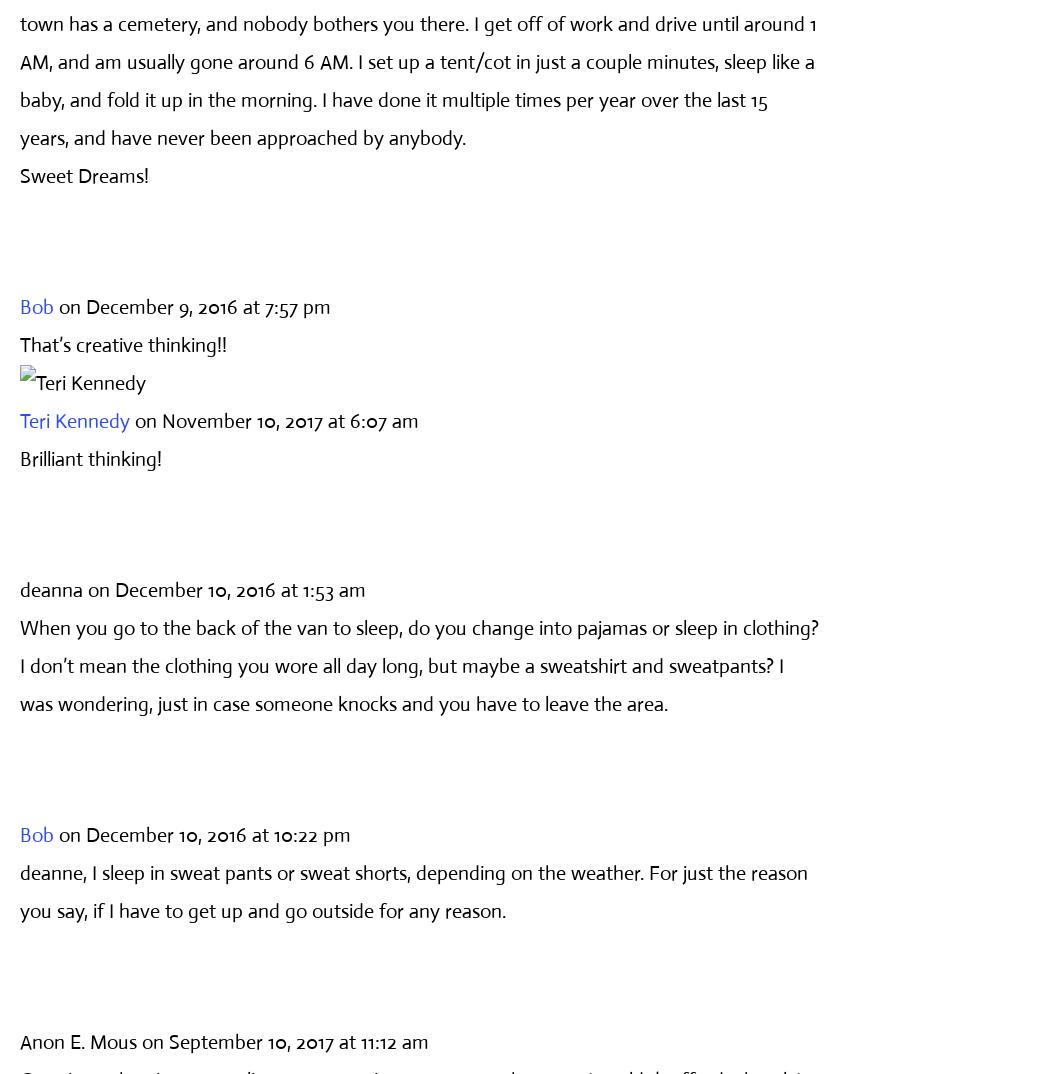 The width and height of the screenshot is (1050, 1074). What do you see at coordinates (19, 420) in the screenshot?
I see `'Teri Kennedy'` at bounding box center [19, 420].